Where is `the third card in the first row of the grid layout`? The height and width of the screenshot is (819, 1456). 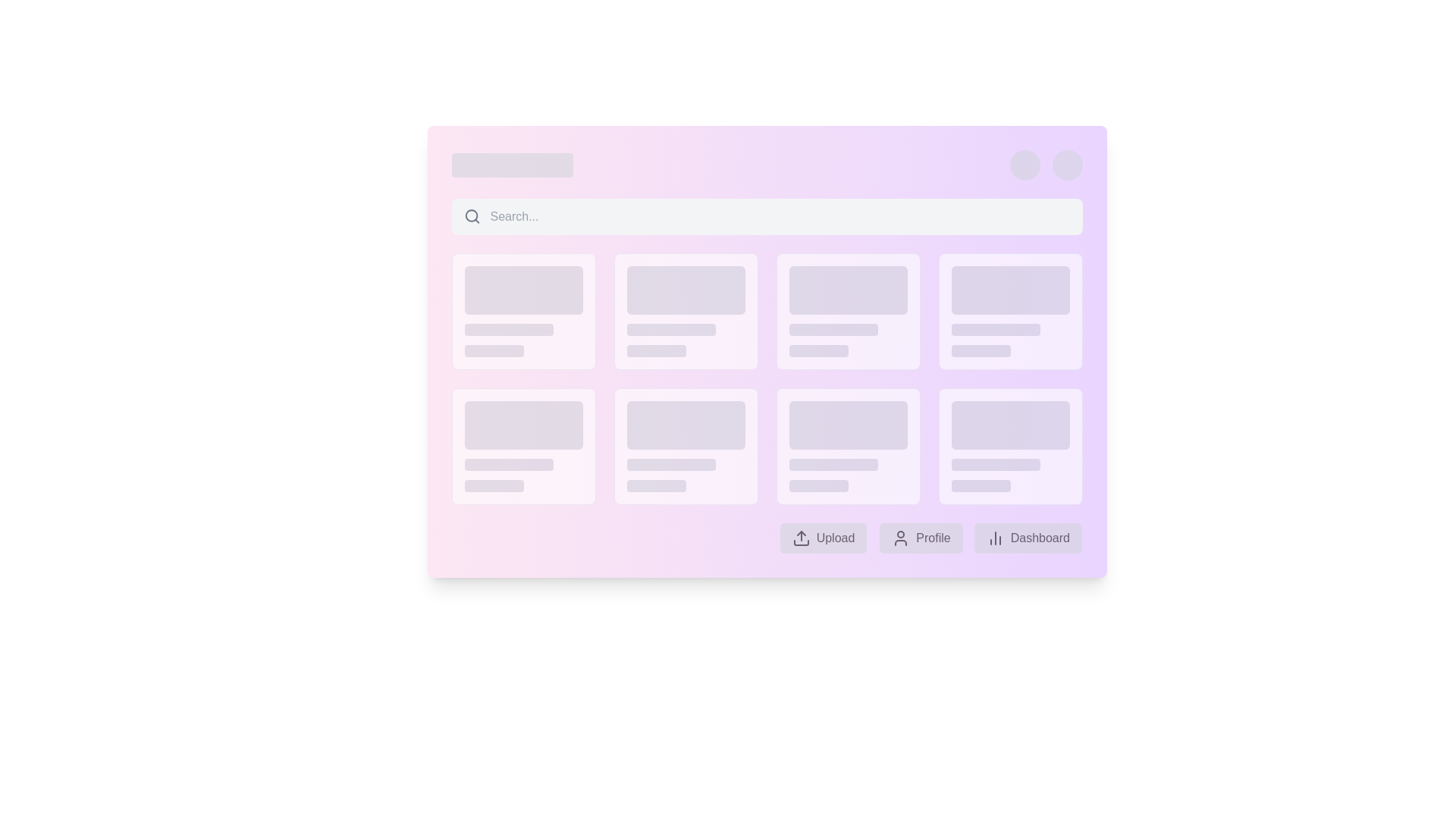
the third card in the first row of the grid layout is located at coordinates (847, 311).